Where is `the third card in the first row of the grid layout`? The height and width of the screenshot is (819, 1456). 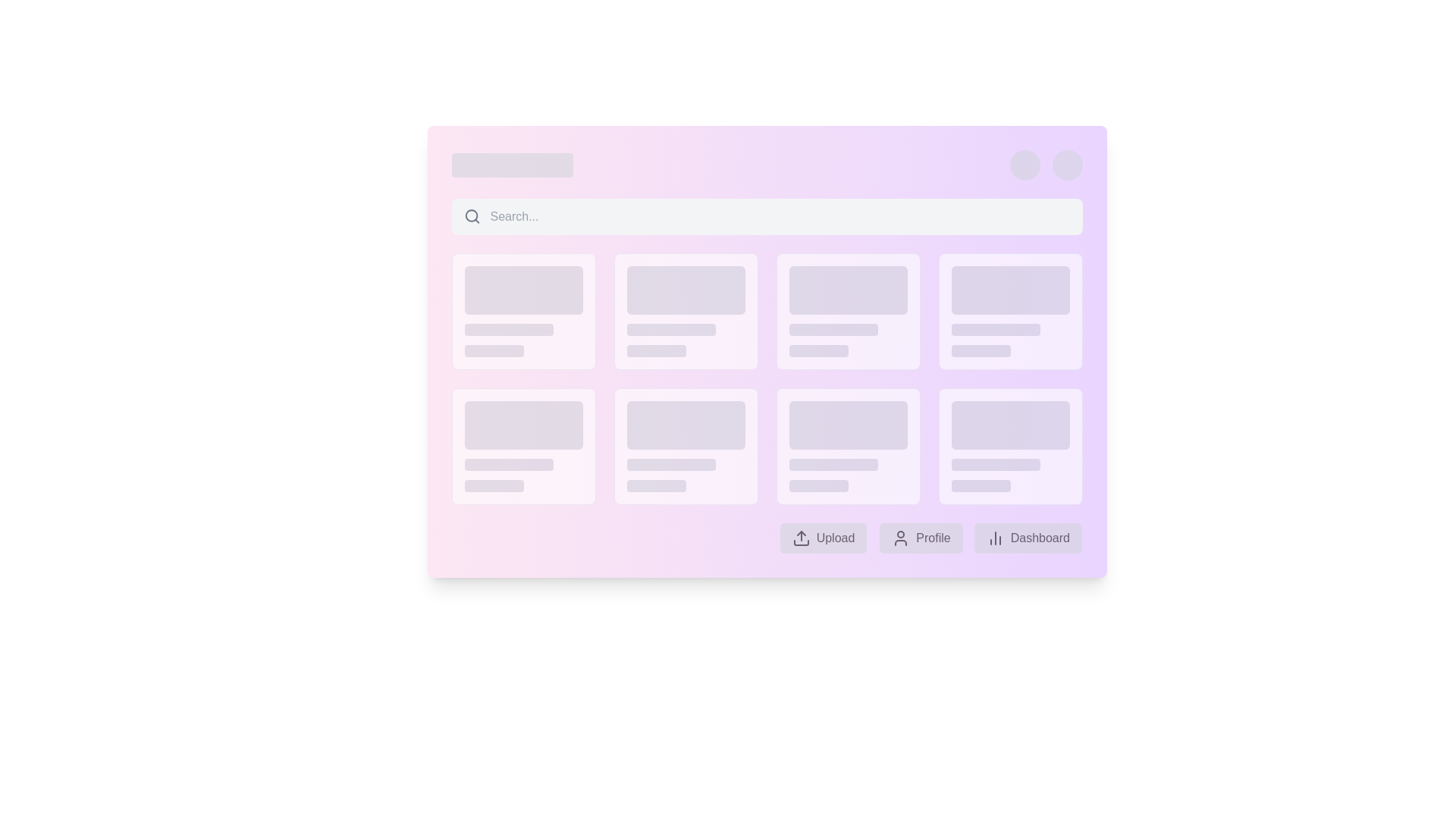
the third card in the first row of the grid layout is located at coordinates (847, 311).